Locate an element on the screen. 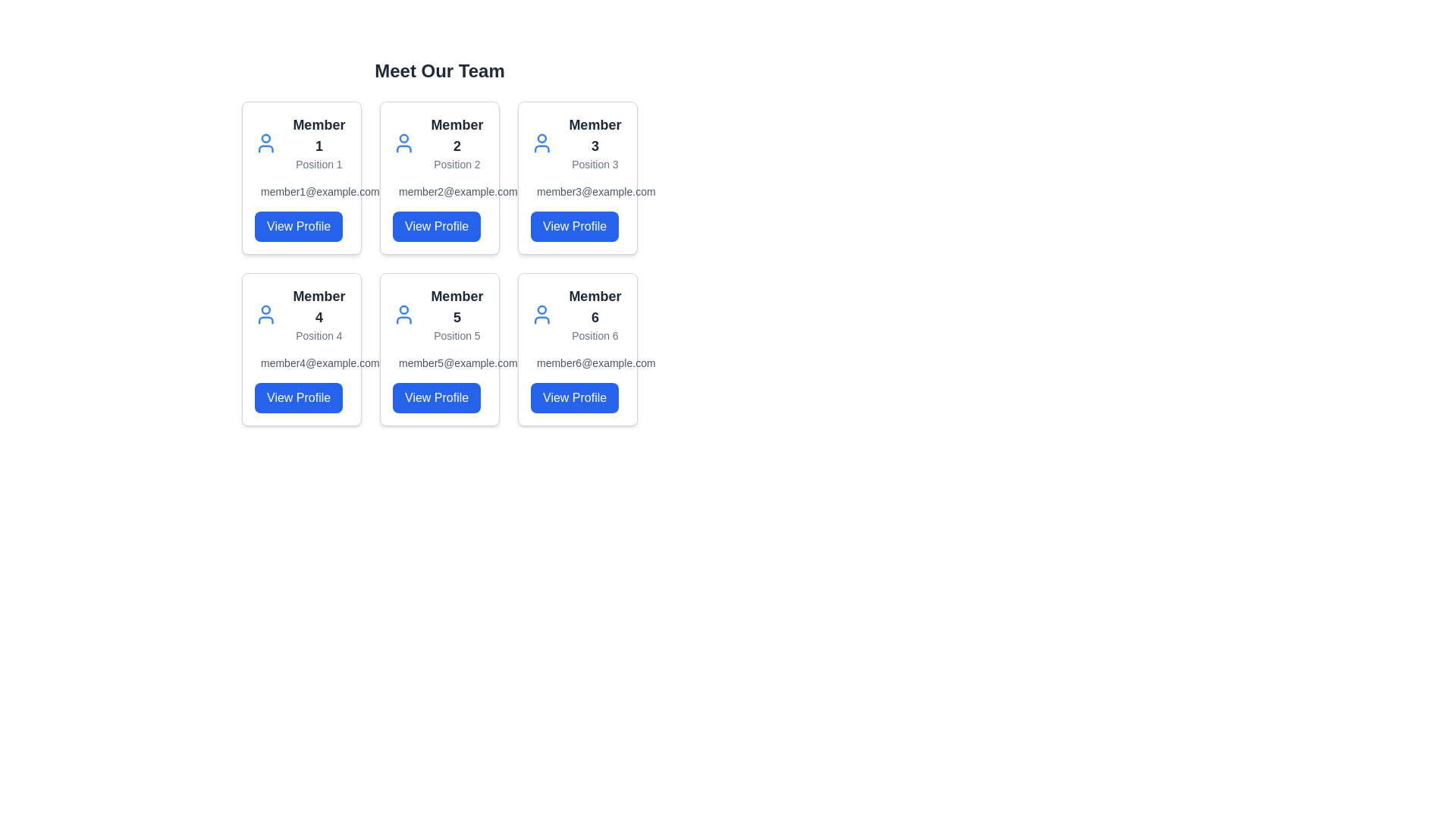  the circular head icon within the 'Meet Our Team' grid, specifically in the 'Member 3' card is located at coordinates (541, 138).